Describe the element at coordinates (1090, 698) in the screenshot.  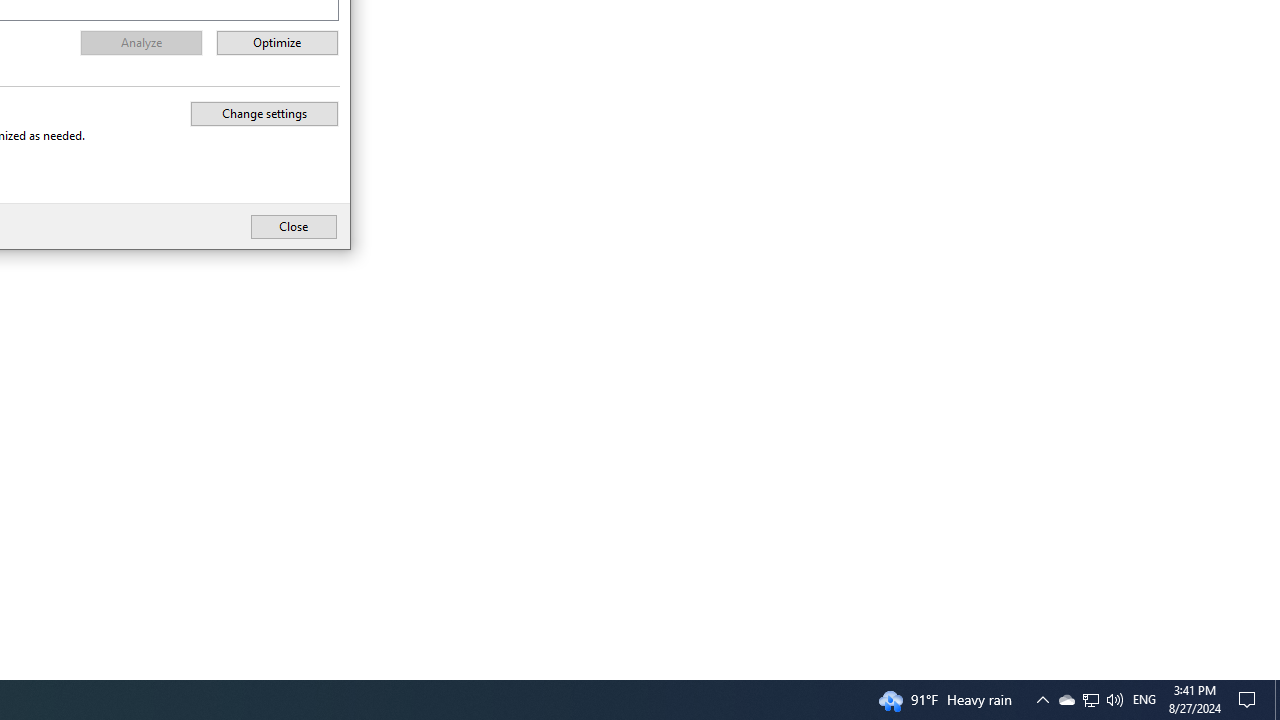
I see `'Notification Chevron'` at that location.